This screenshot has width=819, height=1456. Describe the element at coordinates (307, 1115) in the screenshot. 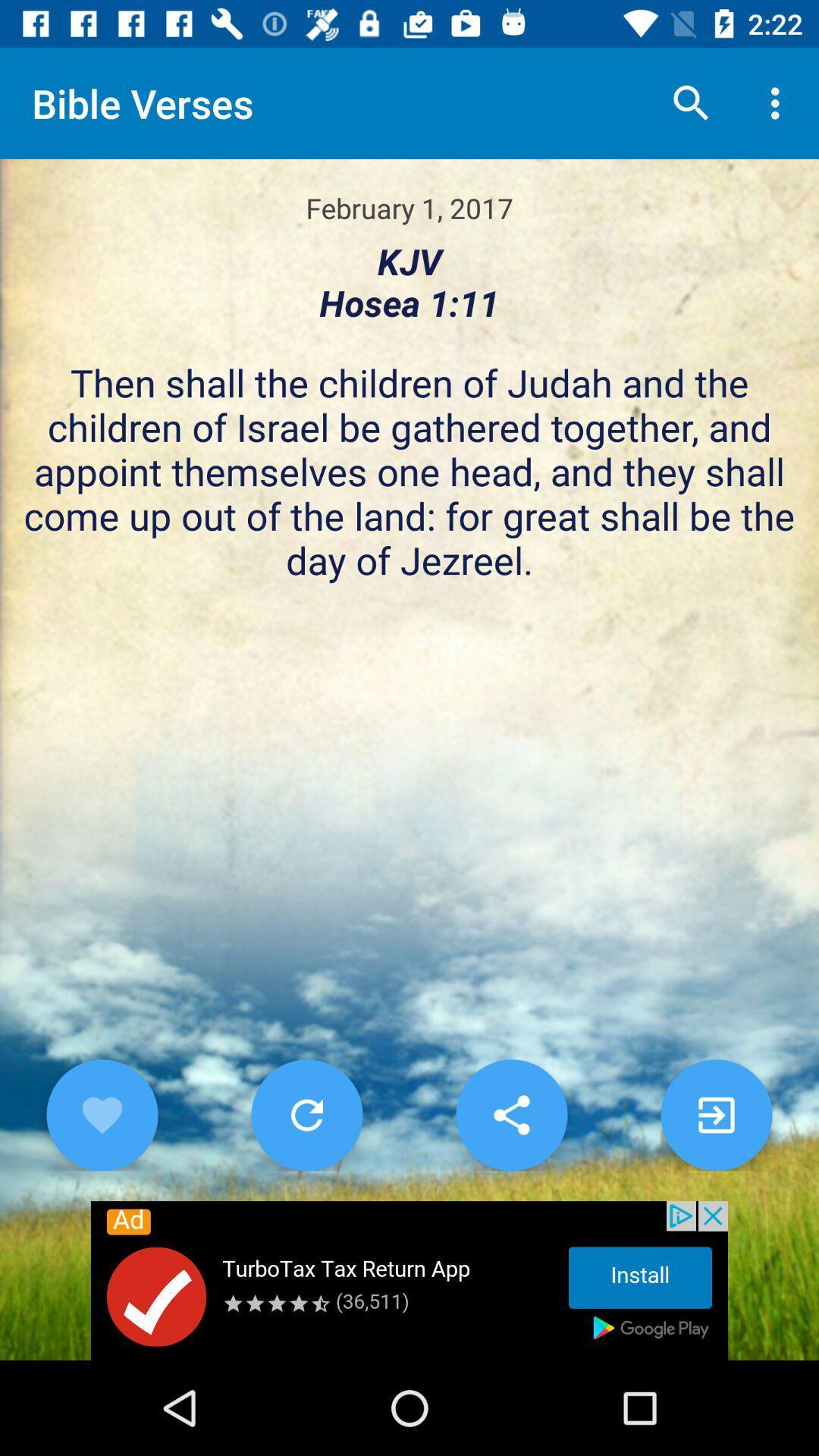

I see `the refresh icon` at that location.